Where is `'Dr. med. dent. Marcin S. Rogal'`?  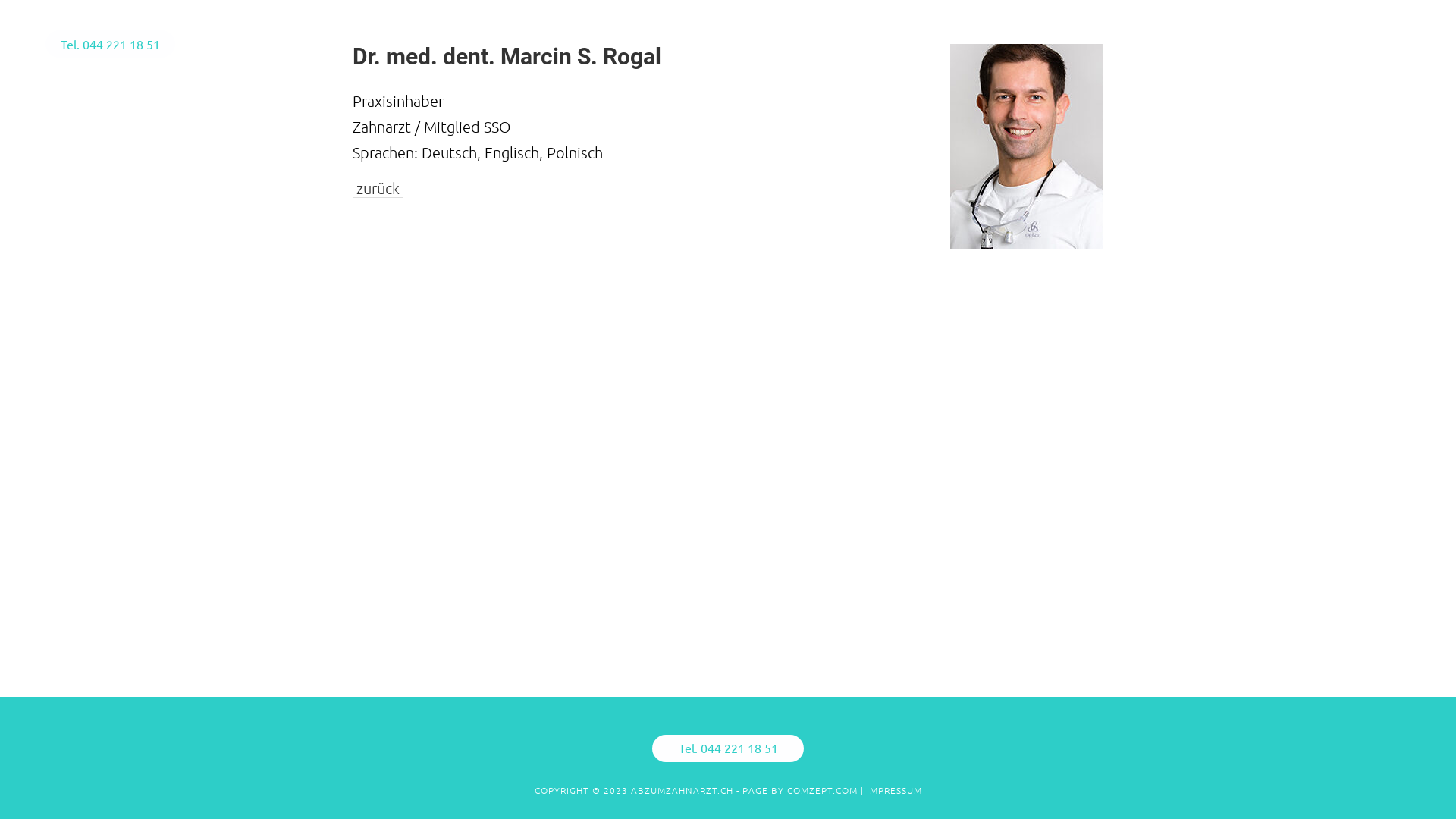
'Dr. med. dent. Marcin S. Rogal' is located at coordinates (352, 55).